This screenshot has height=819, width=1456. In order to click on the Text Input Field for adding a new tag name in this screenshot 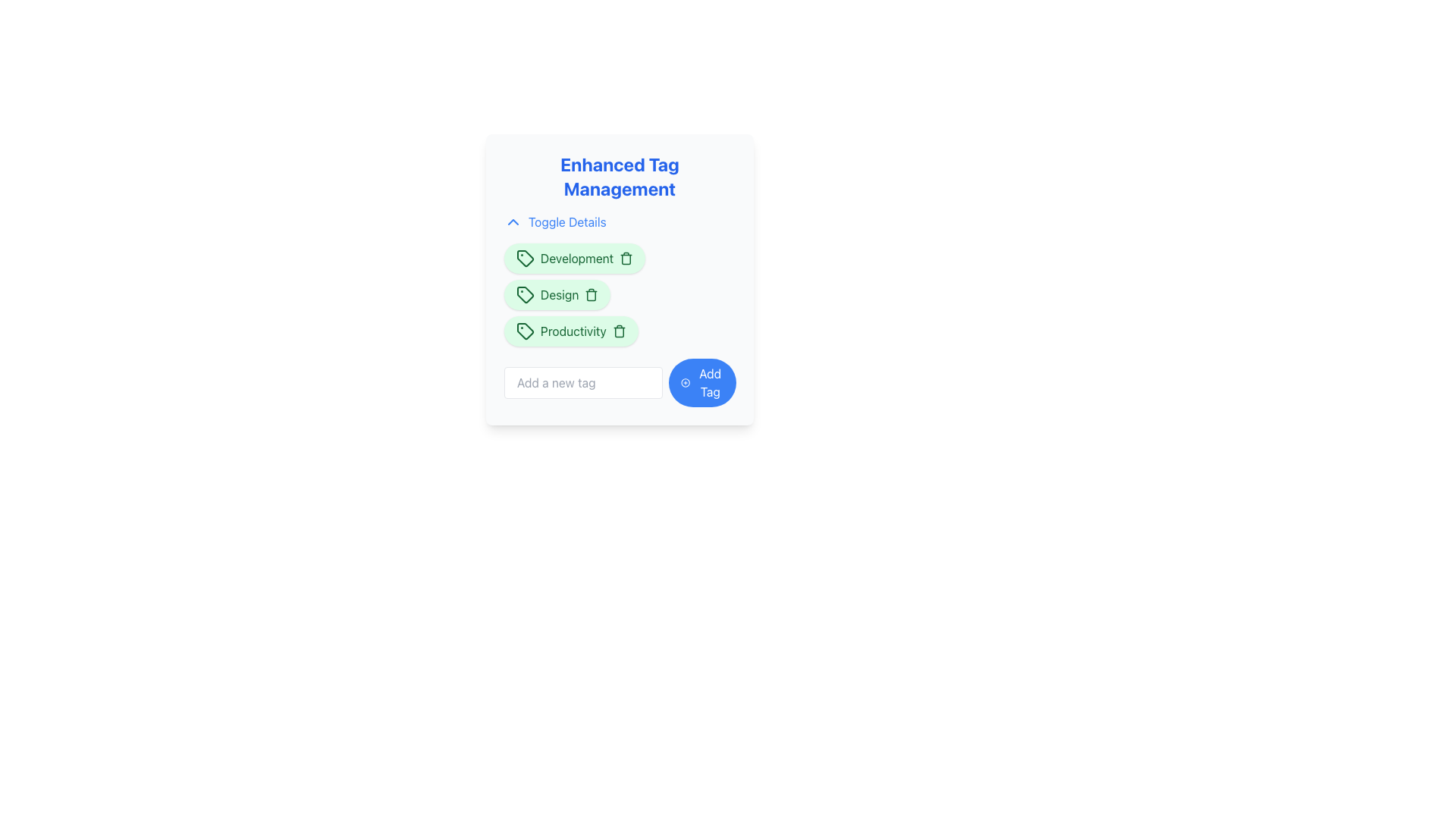, I will do `click(582, 382)`.